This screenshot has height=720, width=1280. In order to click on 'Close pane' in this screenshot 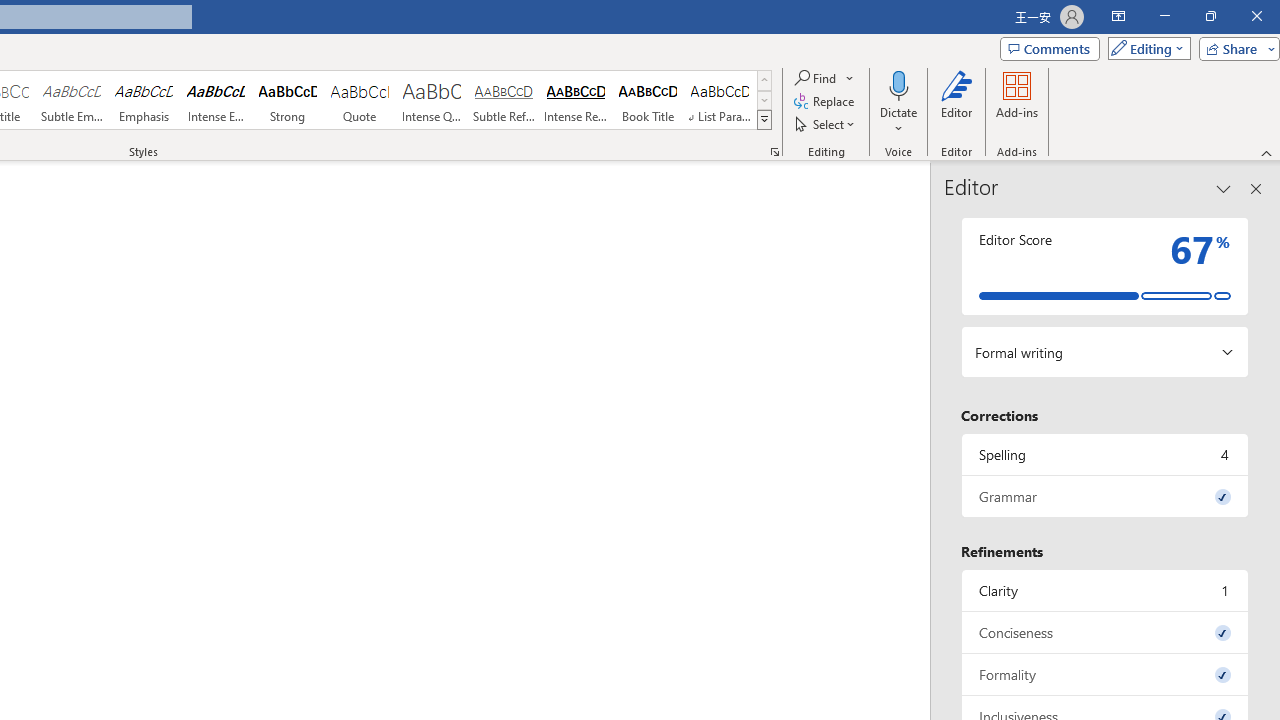, I will do `click(1255, 189)`.